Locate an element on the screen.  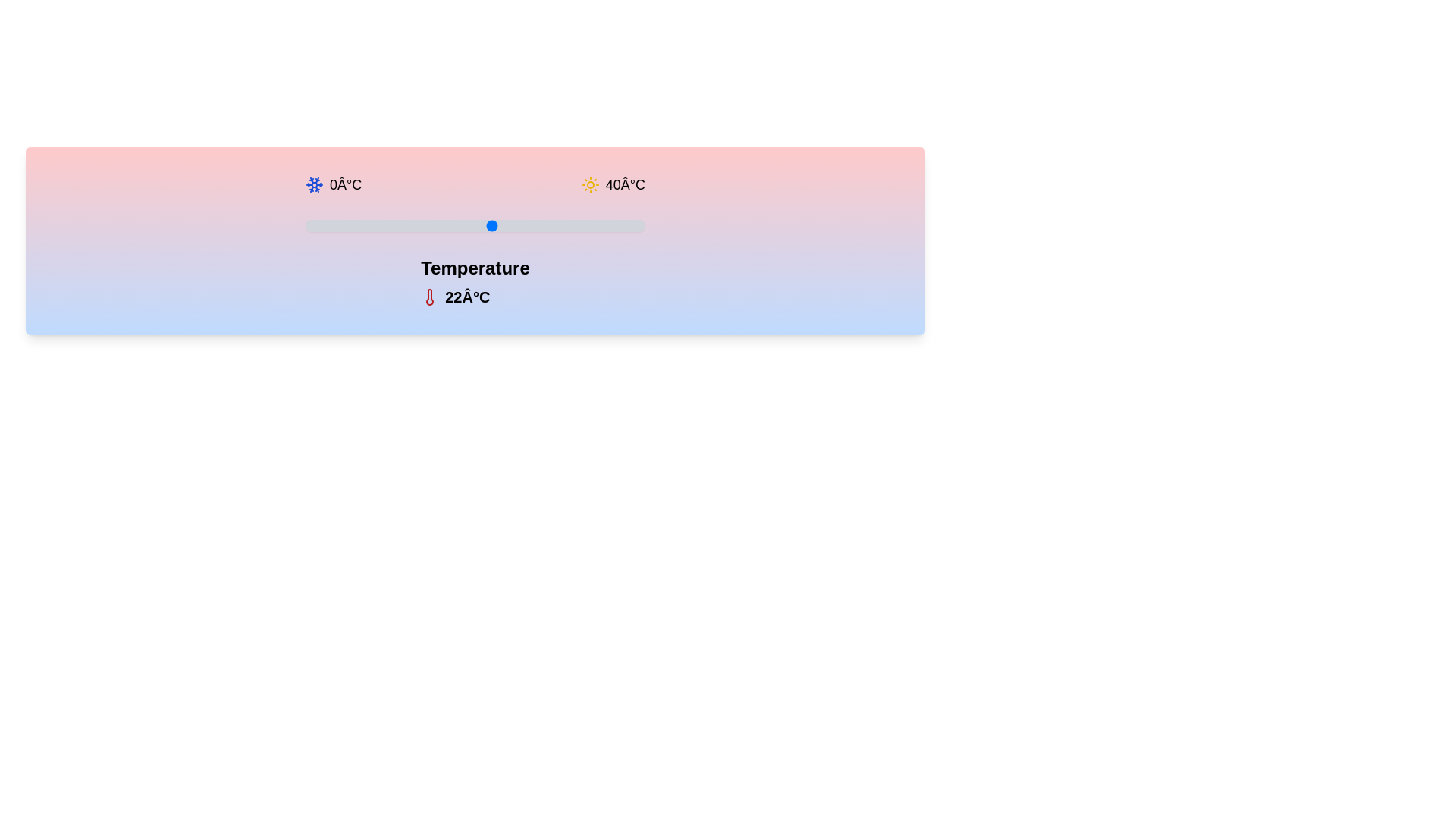
the slider to set the temperature to 22°C is located at coordinates (492, 225).